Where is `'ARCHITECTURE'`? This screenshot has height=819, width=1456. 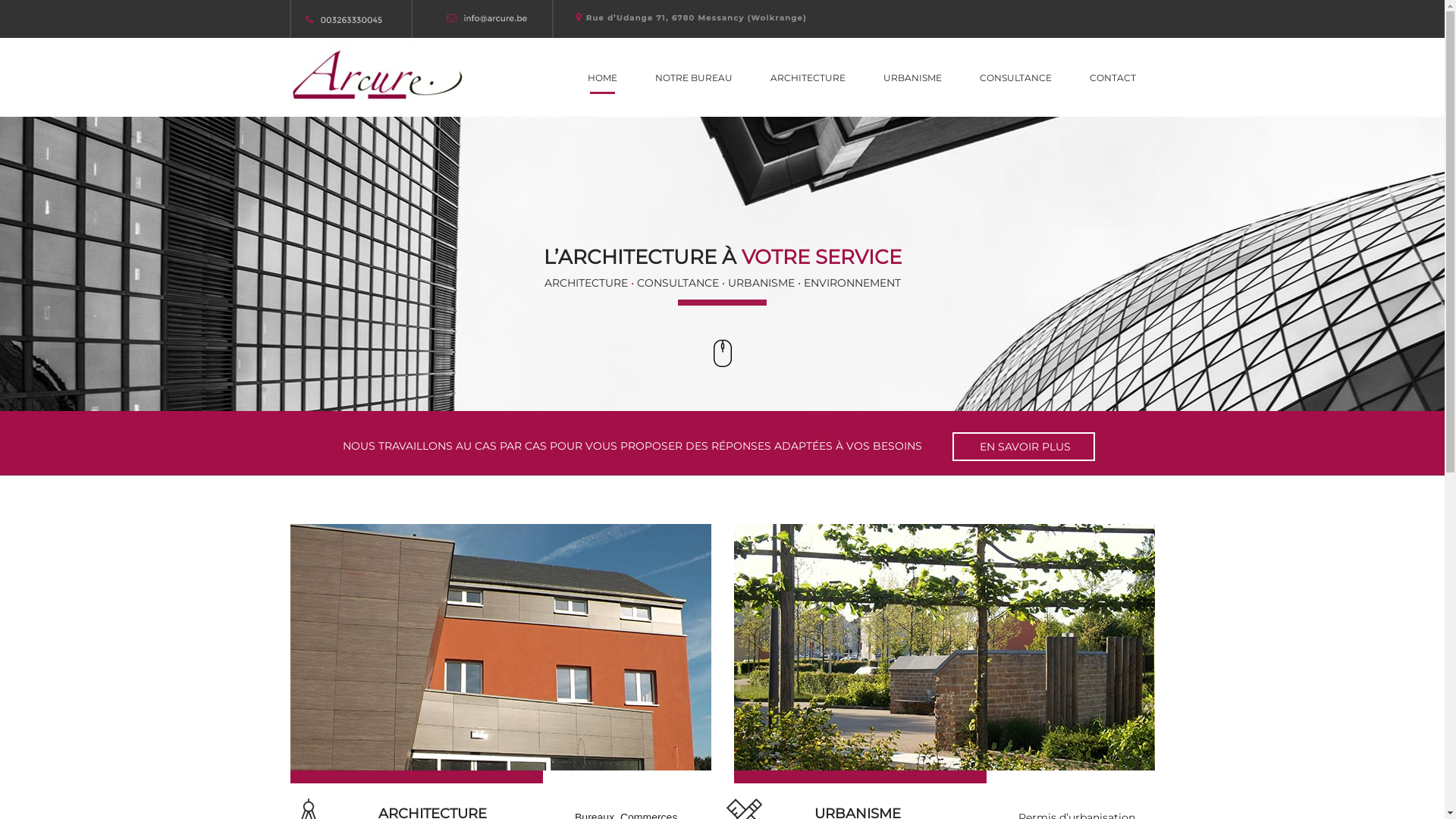
'ARCHITECTURE' is located at coordinates (806, 78).